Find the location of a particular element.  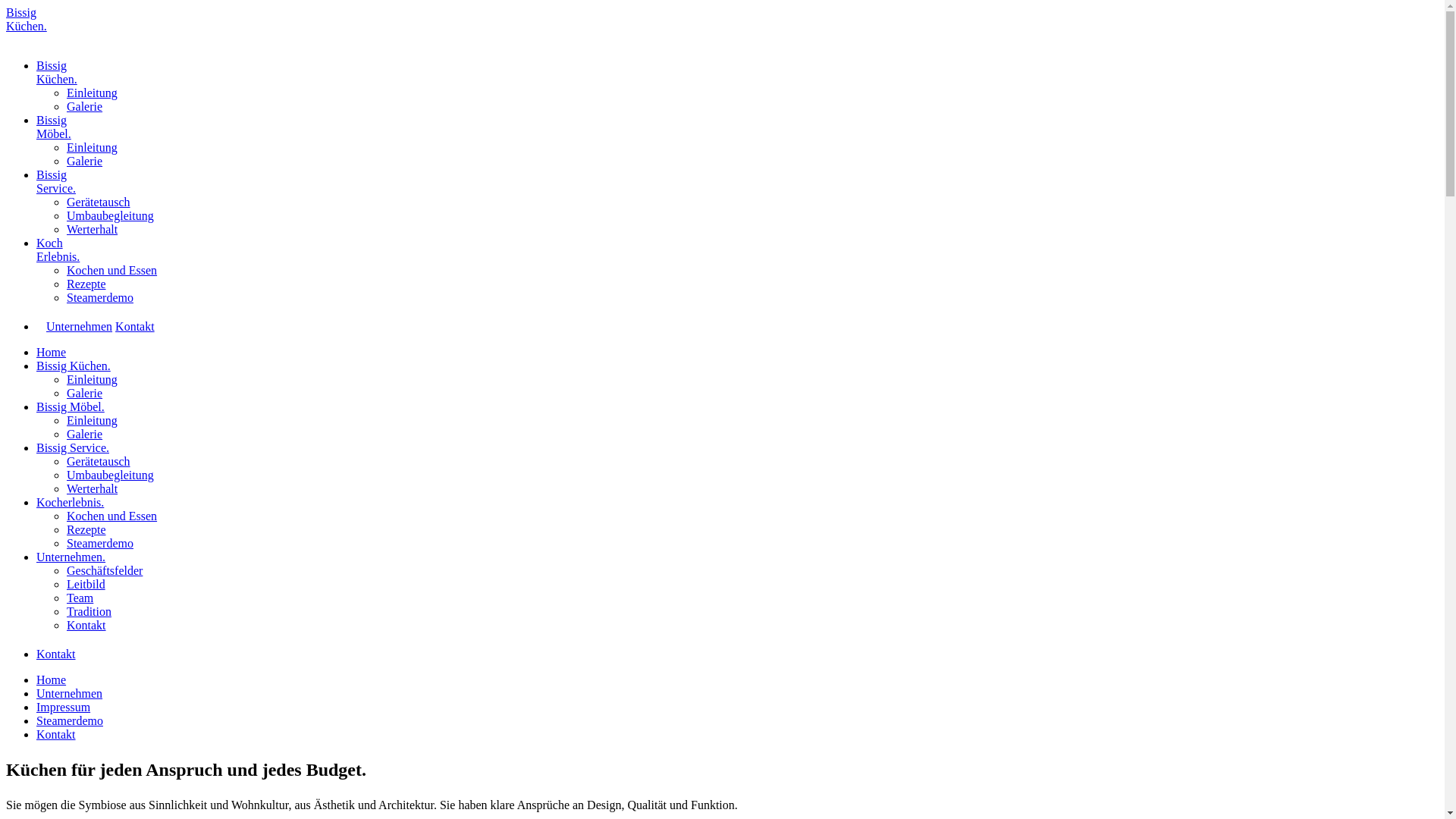

'Koch is located at coordinates (58, 249).